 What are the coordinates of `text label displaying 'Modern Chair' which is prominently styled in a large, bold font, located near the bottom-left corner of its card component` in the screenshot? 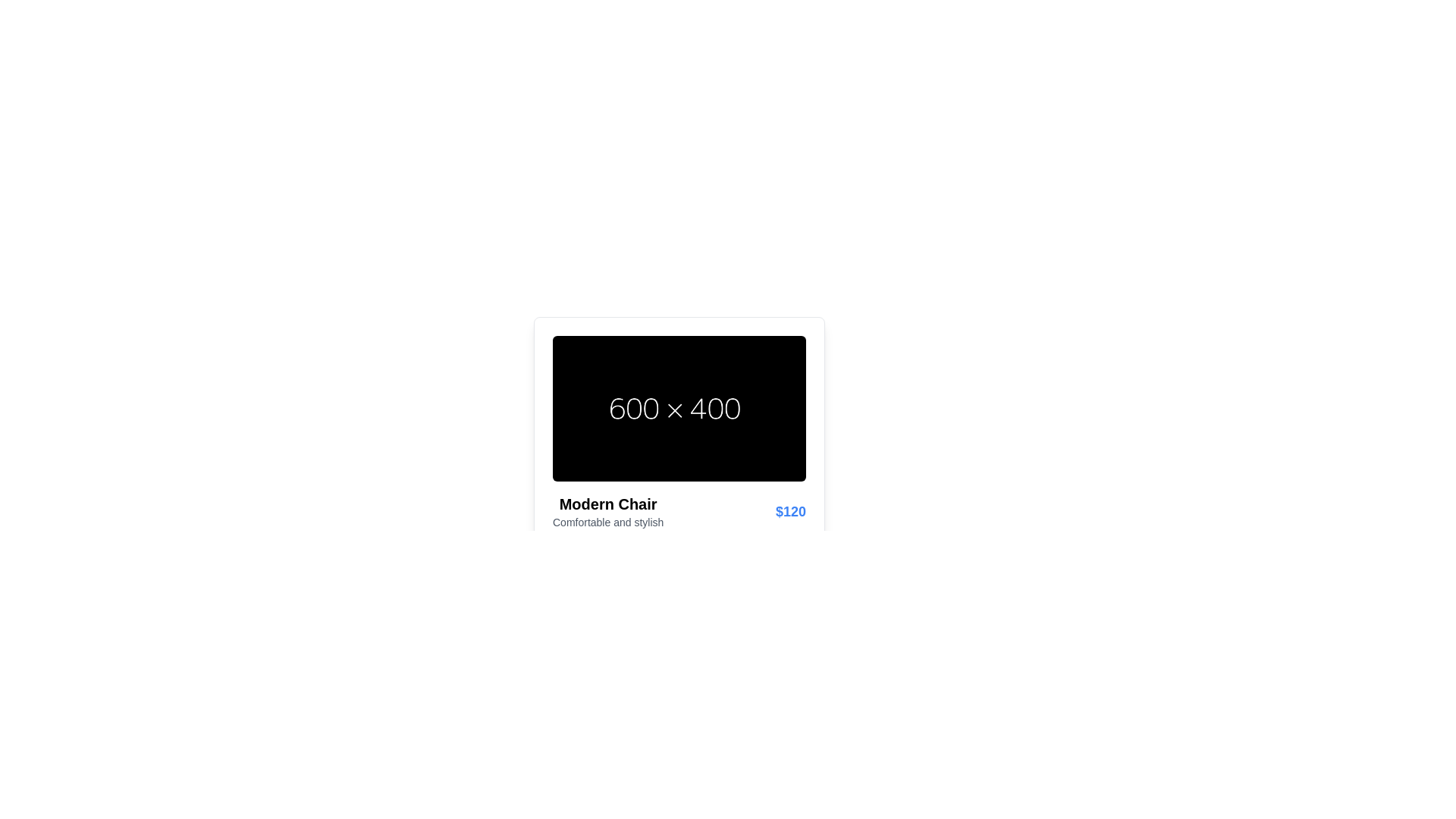 It's located at (608, 504).